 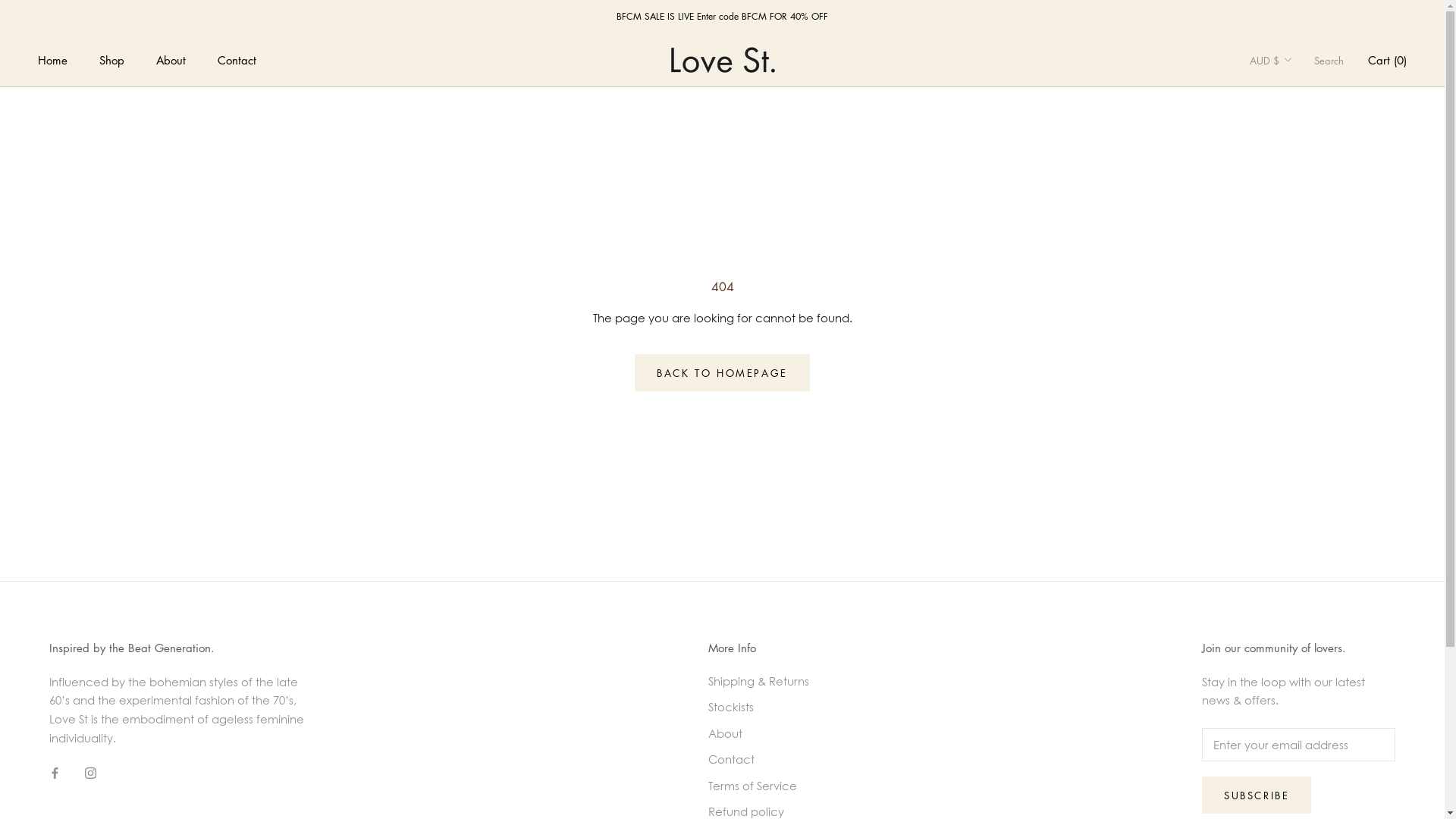 What do you see at coordinates (1294, 452) in the screenshot?
I see `'BSD'` at bounding box center [1294, 452].